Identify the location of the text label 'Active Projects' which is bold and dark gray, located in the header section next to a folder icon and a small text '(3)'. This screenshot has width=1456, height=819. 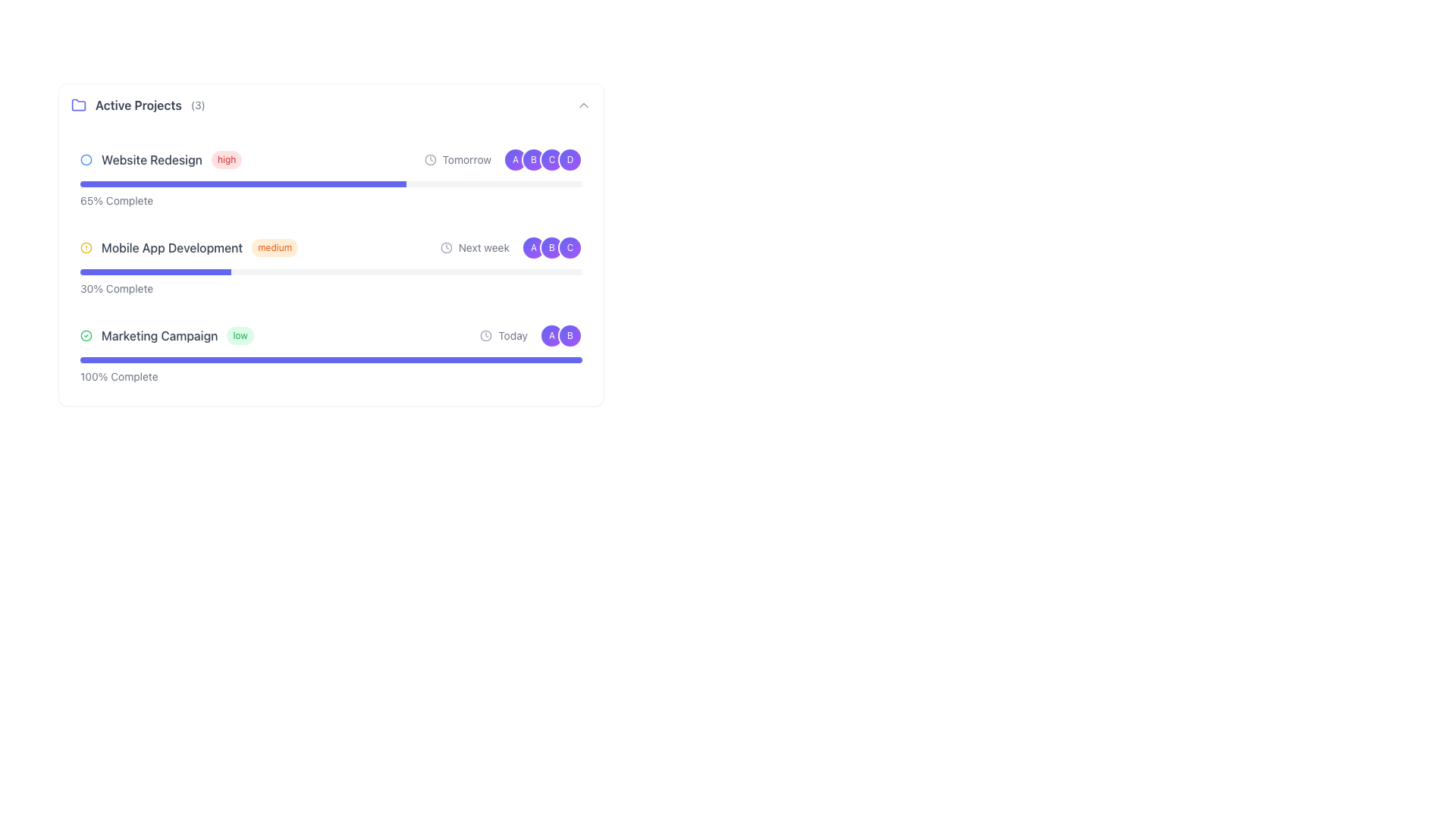
(138, 104).